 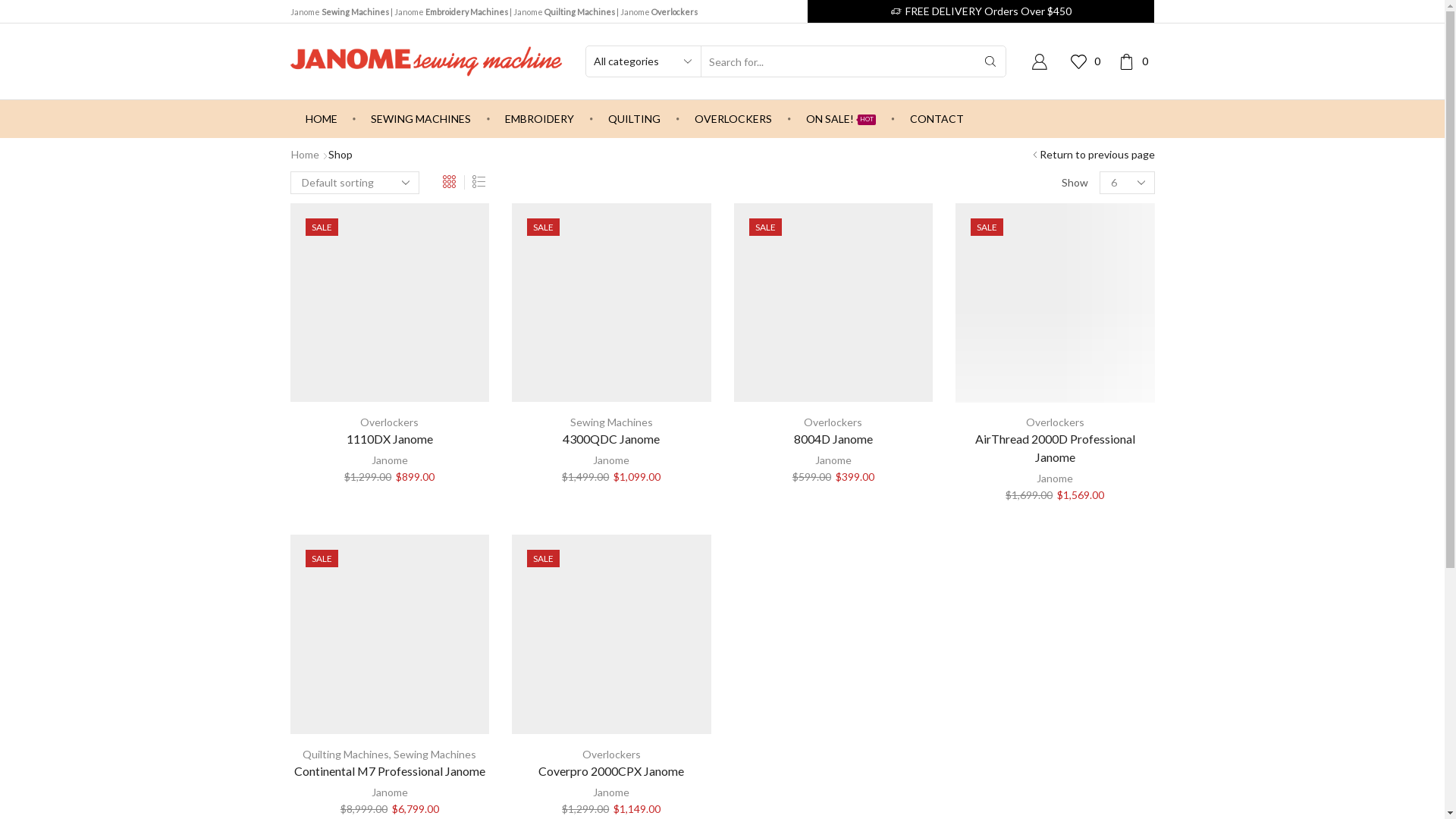 I want to click on 'EMBROIDERY', so click(x=490, y=118).